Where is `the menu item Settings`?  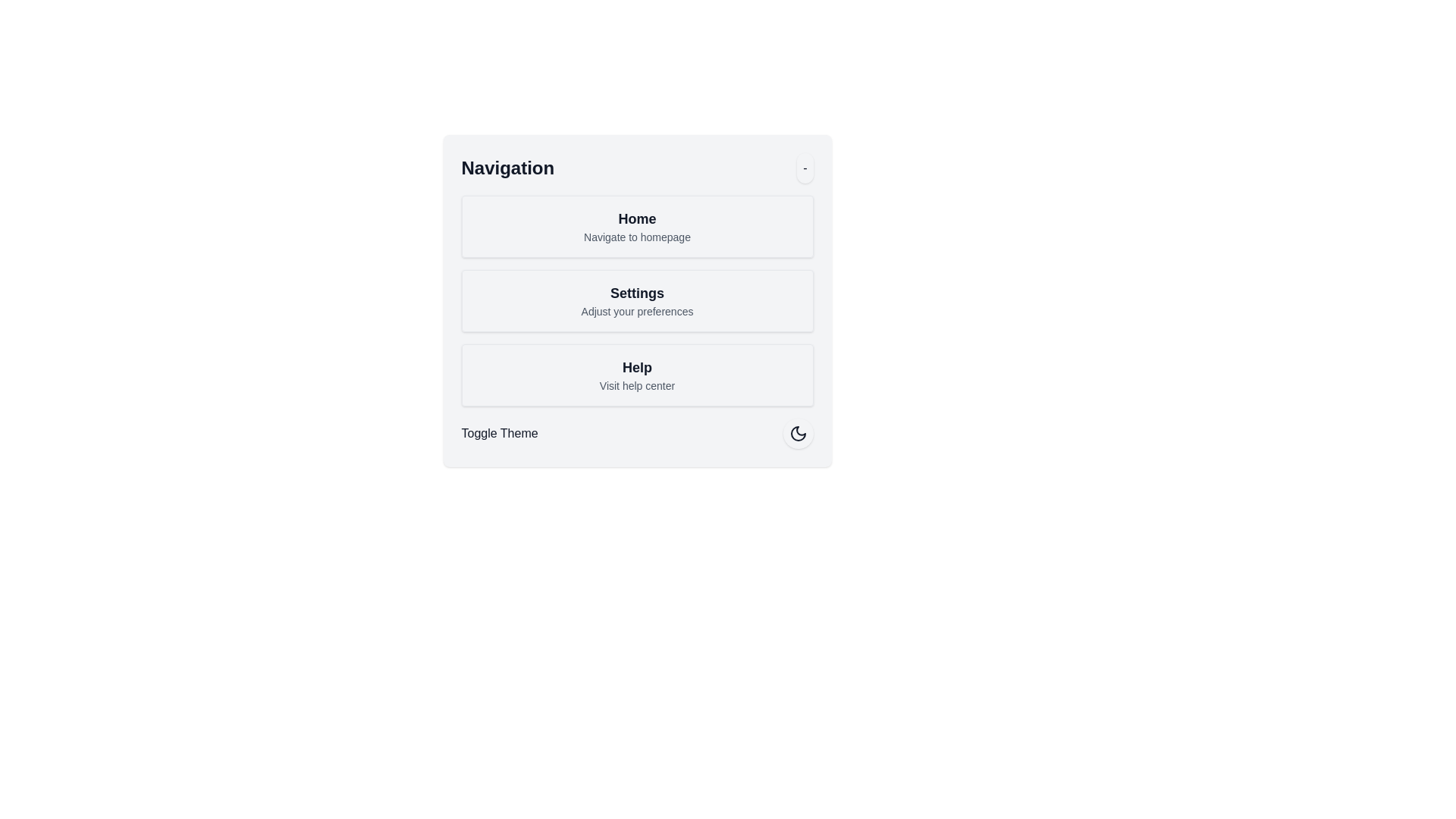
the menu item Settings is located at coordinates (637, 301).